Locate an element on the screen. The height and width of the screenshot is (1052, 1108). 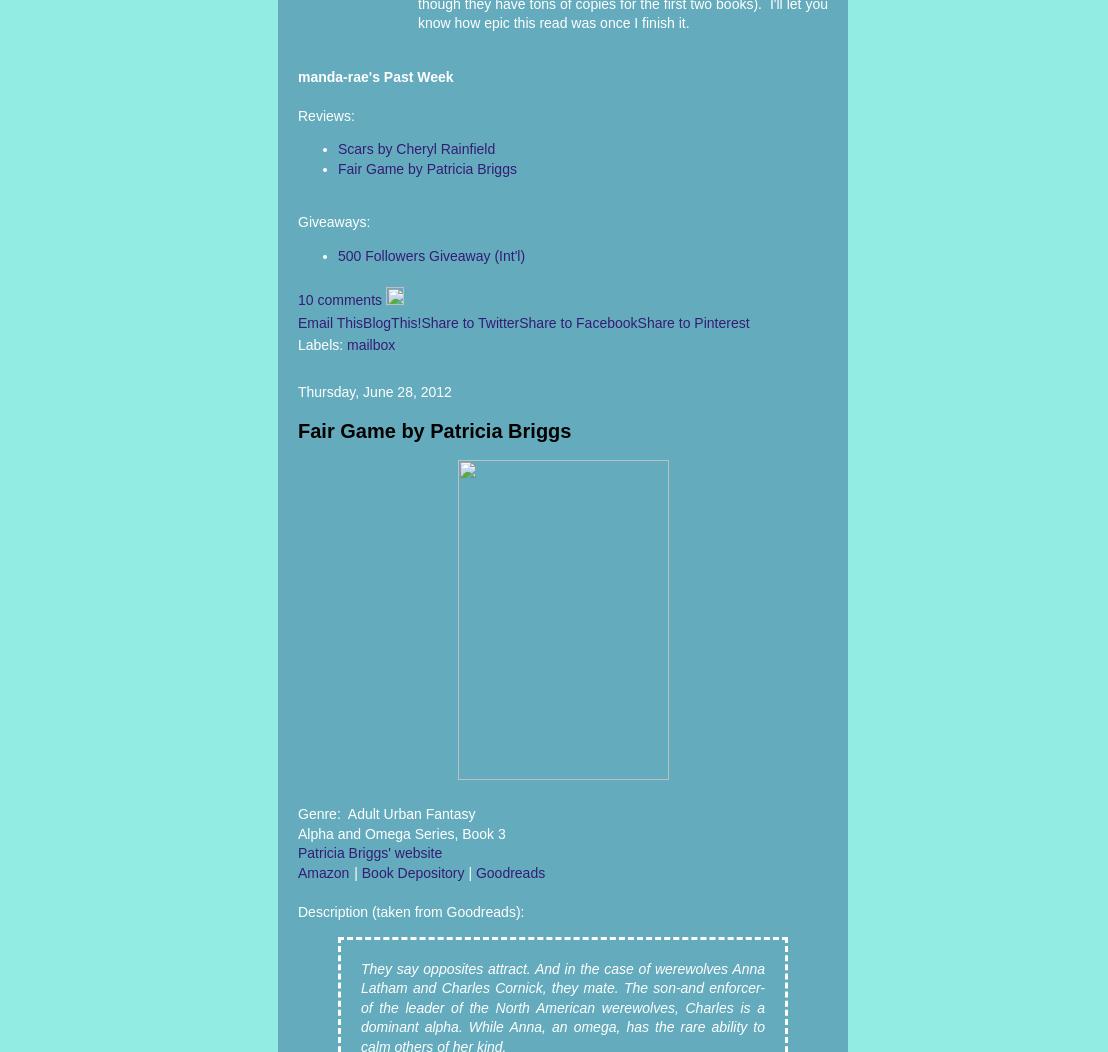
'Thursday, June 28, 2012' is located at coordinates (298, 391).